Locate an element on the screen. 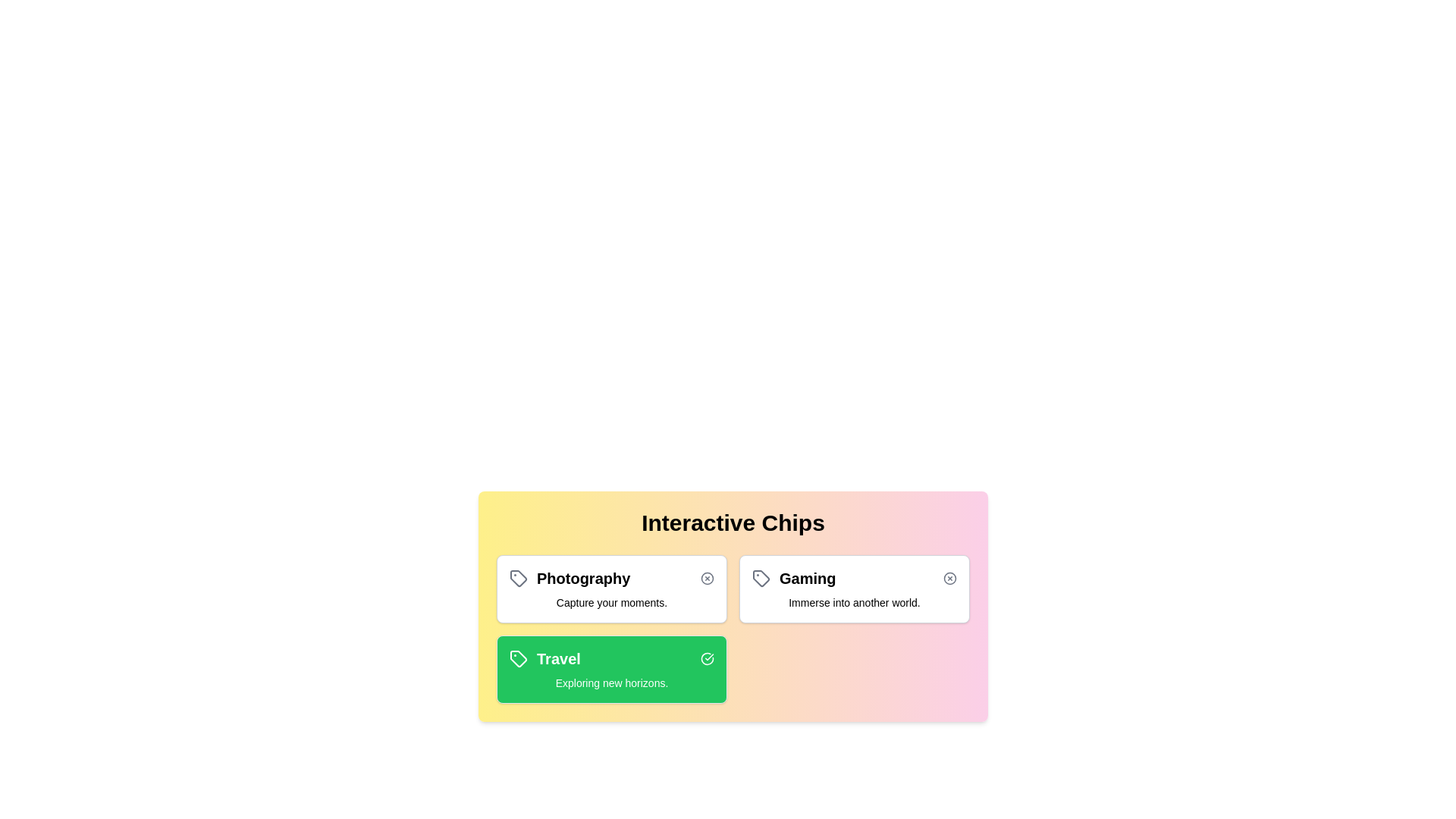  the chip labeled 'Gaming' to observe its hover effect is located at coordinates (855, 588).